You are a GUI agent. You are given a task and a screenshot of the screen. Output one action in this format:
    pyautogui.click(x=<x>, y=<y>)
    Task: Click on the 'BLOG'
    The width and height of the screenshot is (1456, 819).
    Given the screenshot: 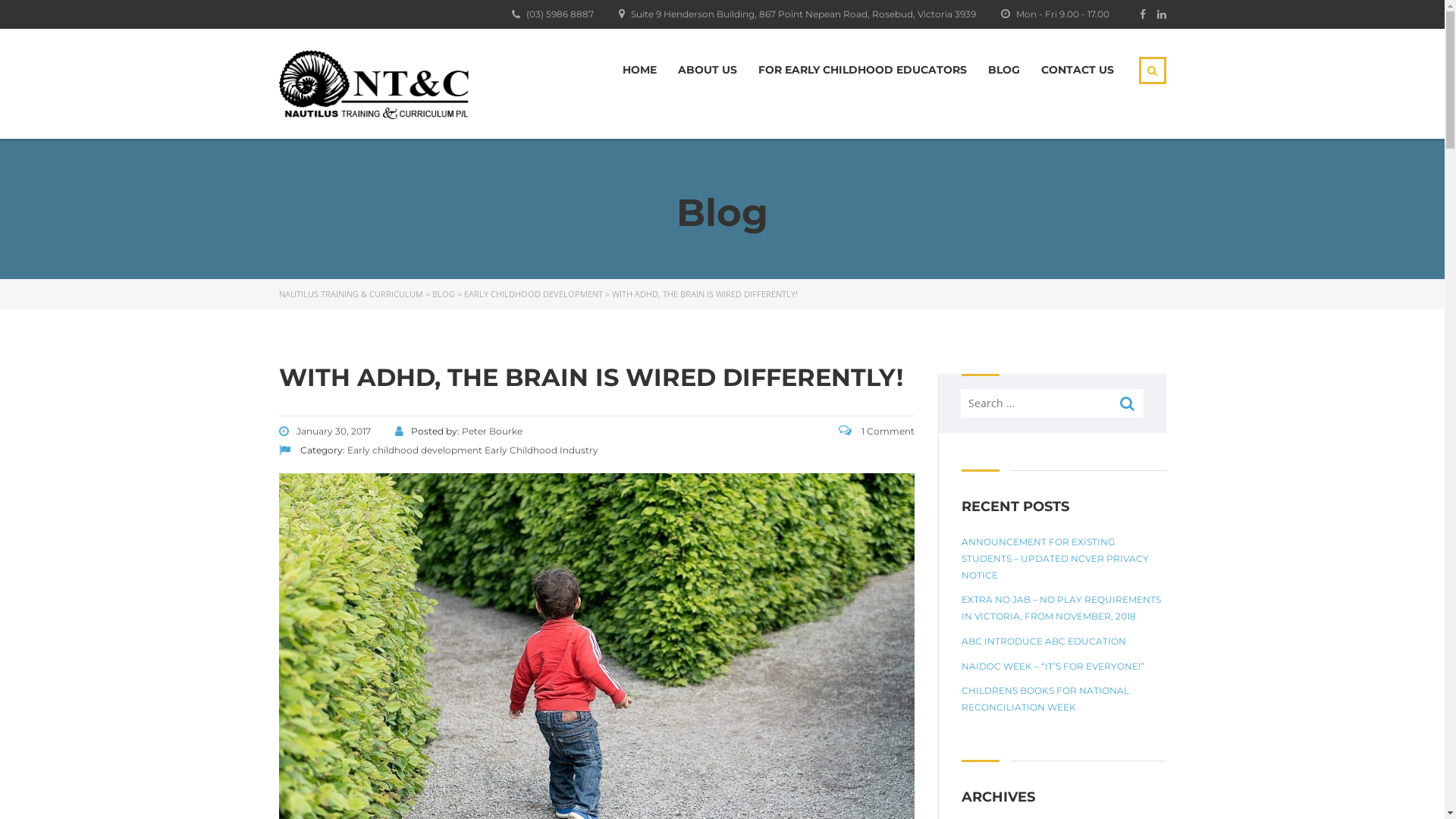 What is the action you would take?
    pyautogui.click(x=443, y=293)
    